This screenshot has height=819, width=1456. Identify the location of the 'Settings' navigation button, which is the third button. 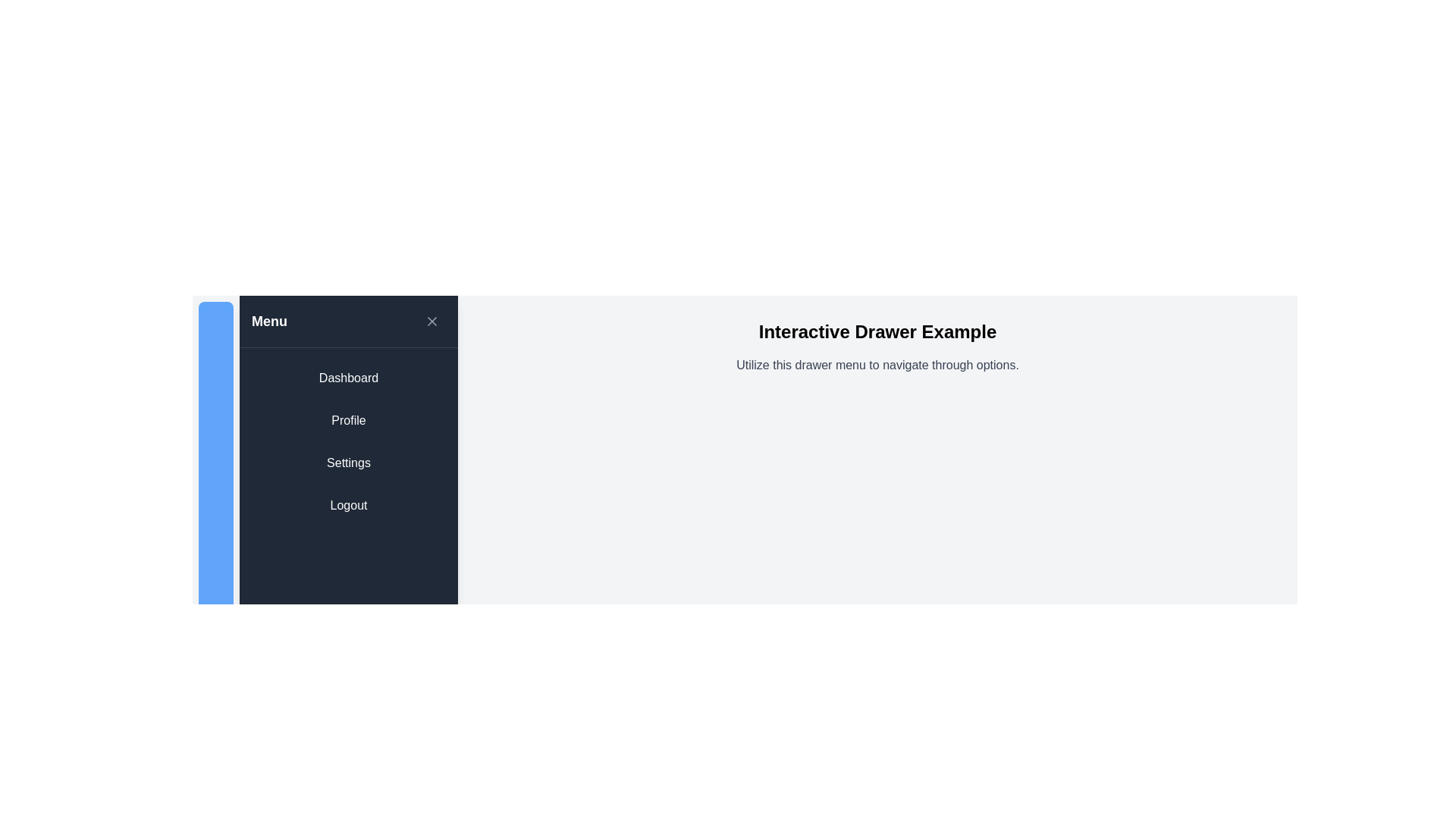
(348, 462).